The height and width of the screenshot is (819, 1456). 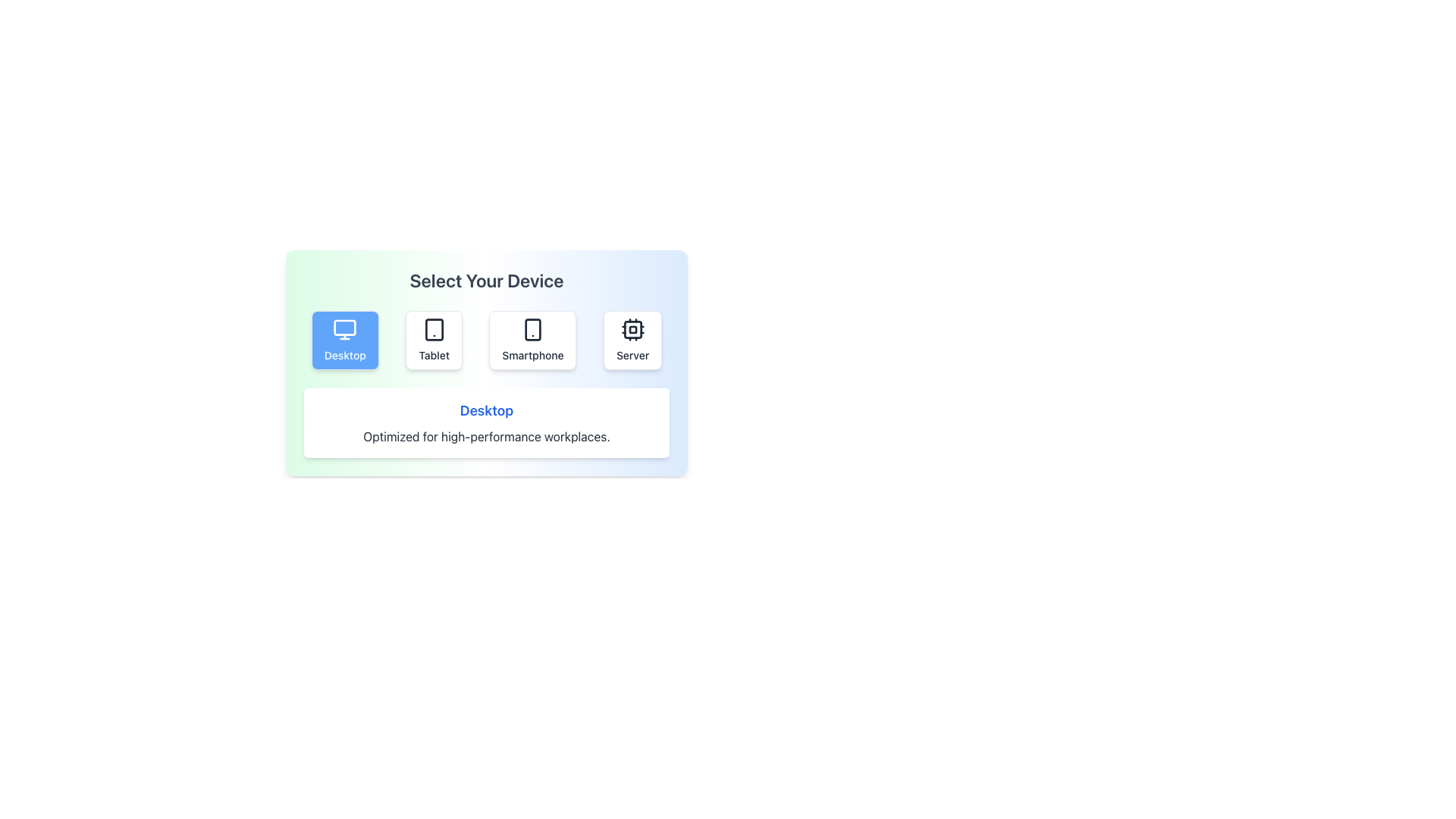 What do you see at coordinates (344, 356) in the screenshot?
I see `text from the label located within the bottom section of the rounded rectangular button representing the 'Desktop' device type` at bounding box center [344, 356].